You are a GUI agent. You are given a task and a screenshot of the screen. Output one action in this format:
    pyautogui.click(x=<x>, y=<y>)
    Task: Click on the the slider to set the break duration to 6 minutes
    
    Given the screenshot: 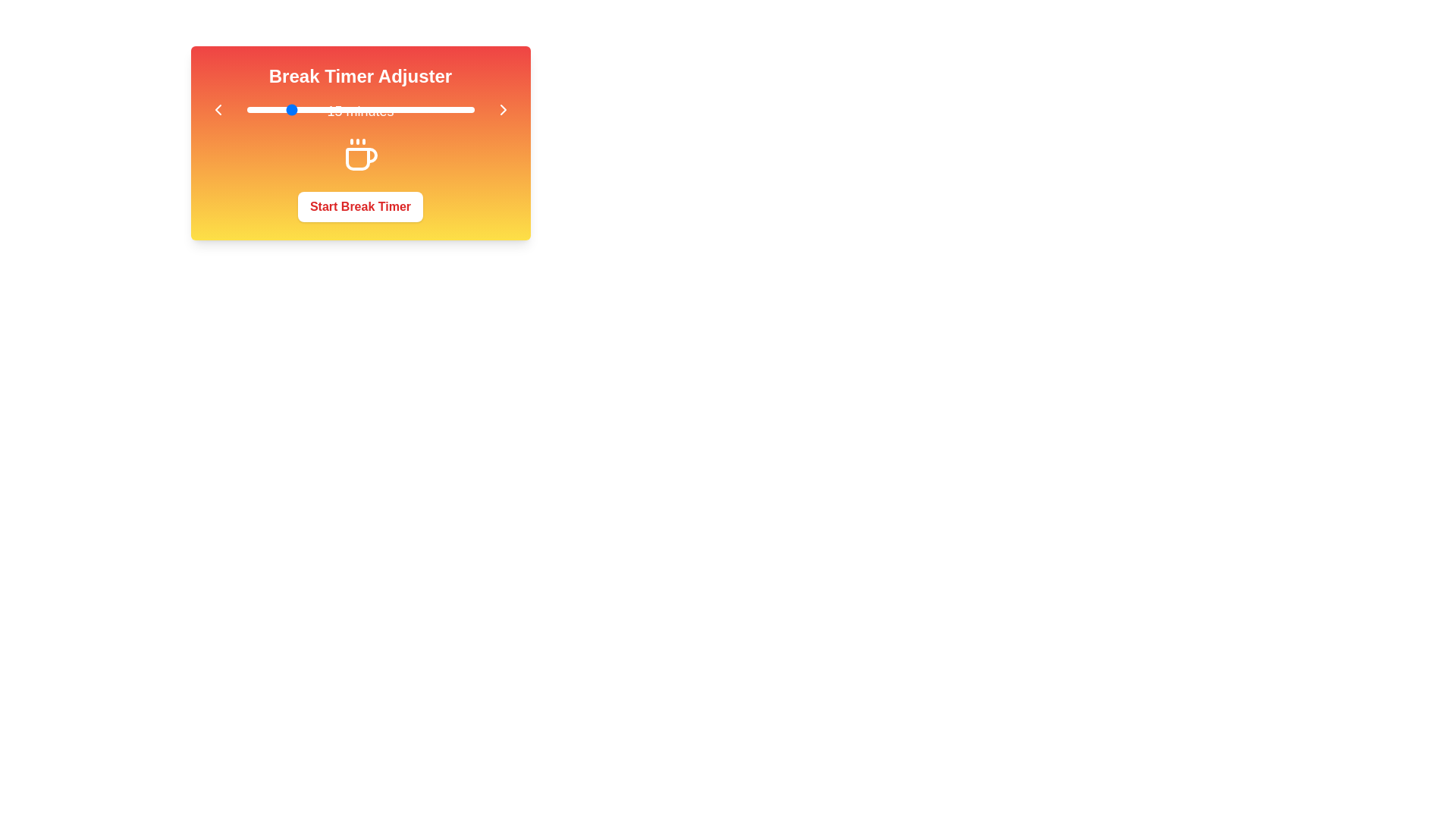 What is the action you would take?
    pyautogui.click(x=251, y=109)
    